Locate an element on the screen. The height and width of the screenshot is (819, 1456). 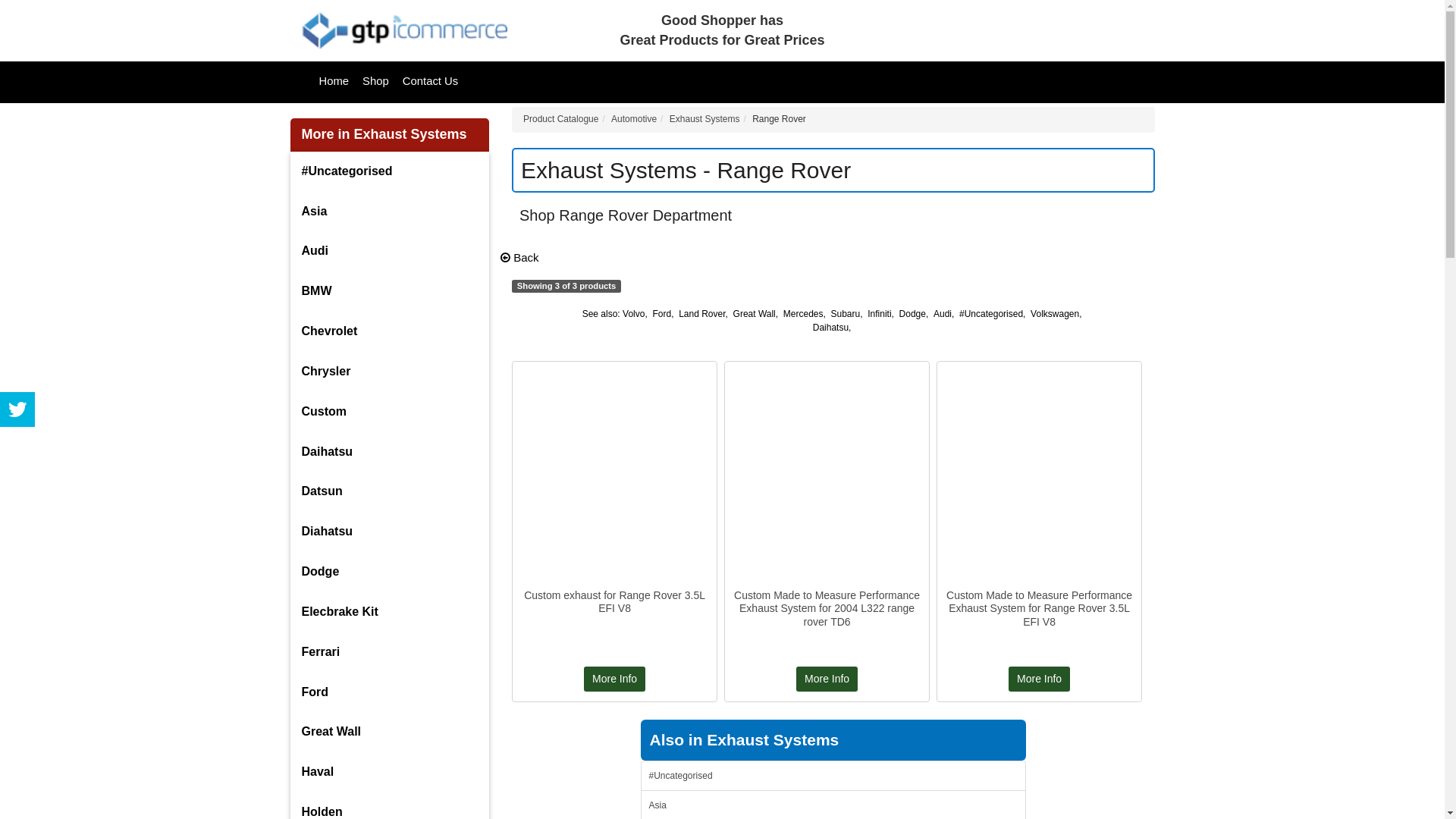
'Mercedes' is located at coordinates (802, 312).